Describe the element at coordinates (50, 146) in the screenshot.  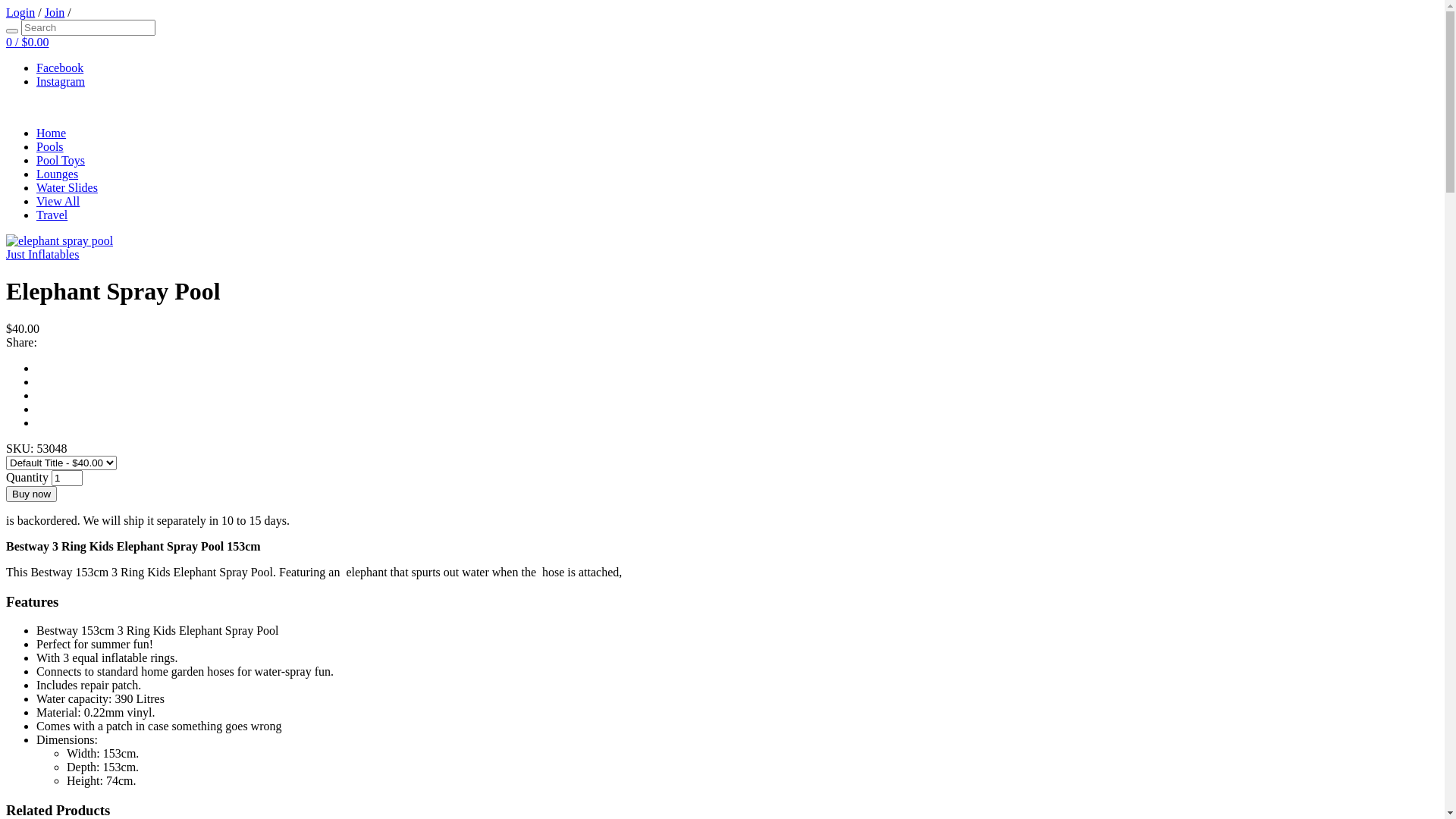
I see `'Pools'` at that location.